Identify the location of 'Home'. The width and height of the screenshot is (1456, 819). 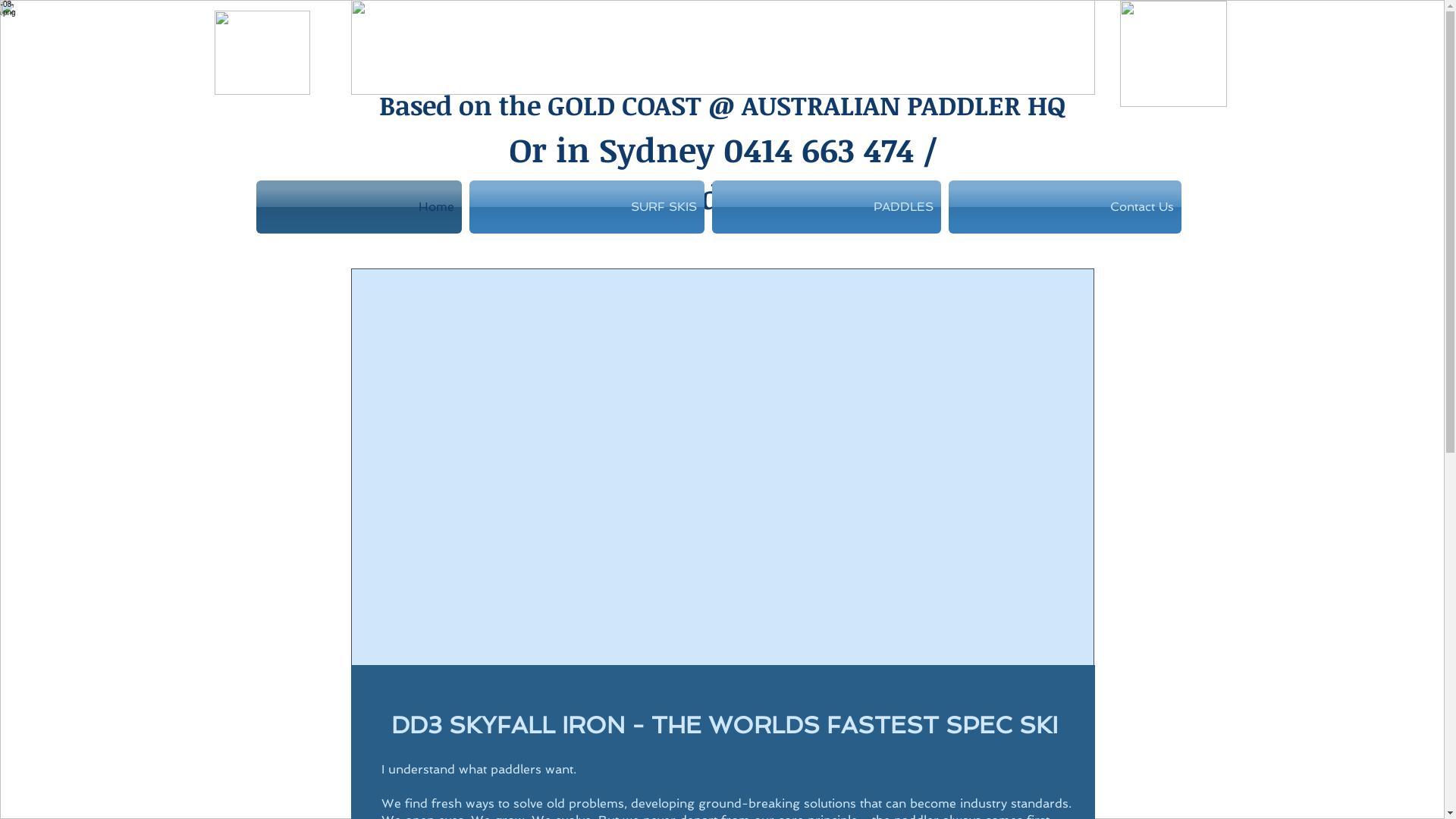
(359, 207).